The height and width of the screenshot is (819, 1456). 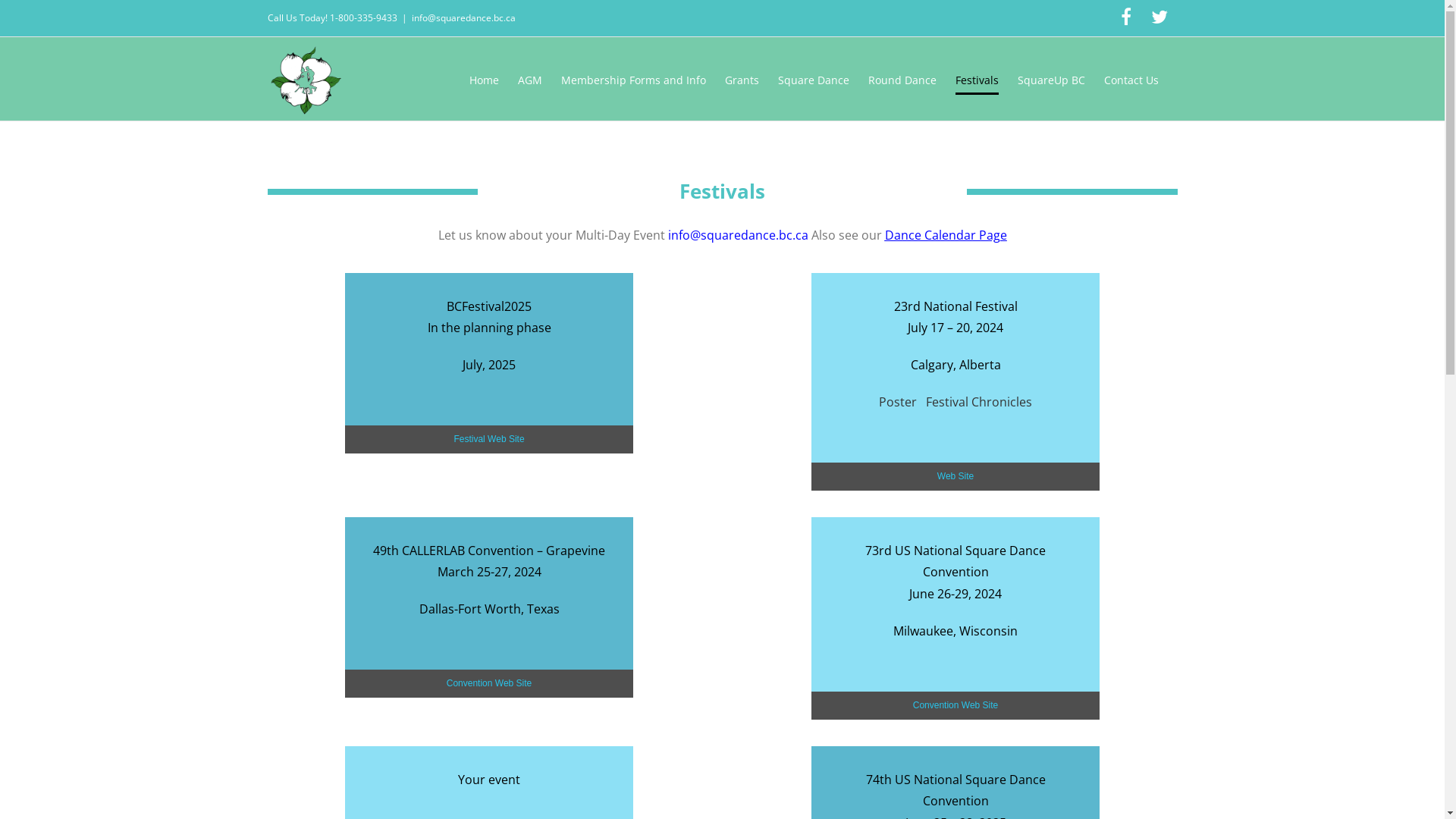 What do you see at coordinates (979, 400) in the screenshot?
I see `'Festival Chronicles'` at bounding box center [979, 400].